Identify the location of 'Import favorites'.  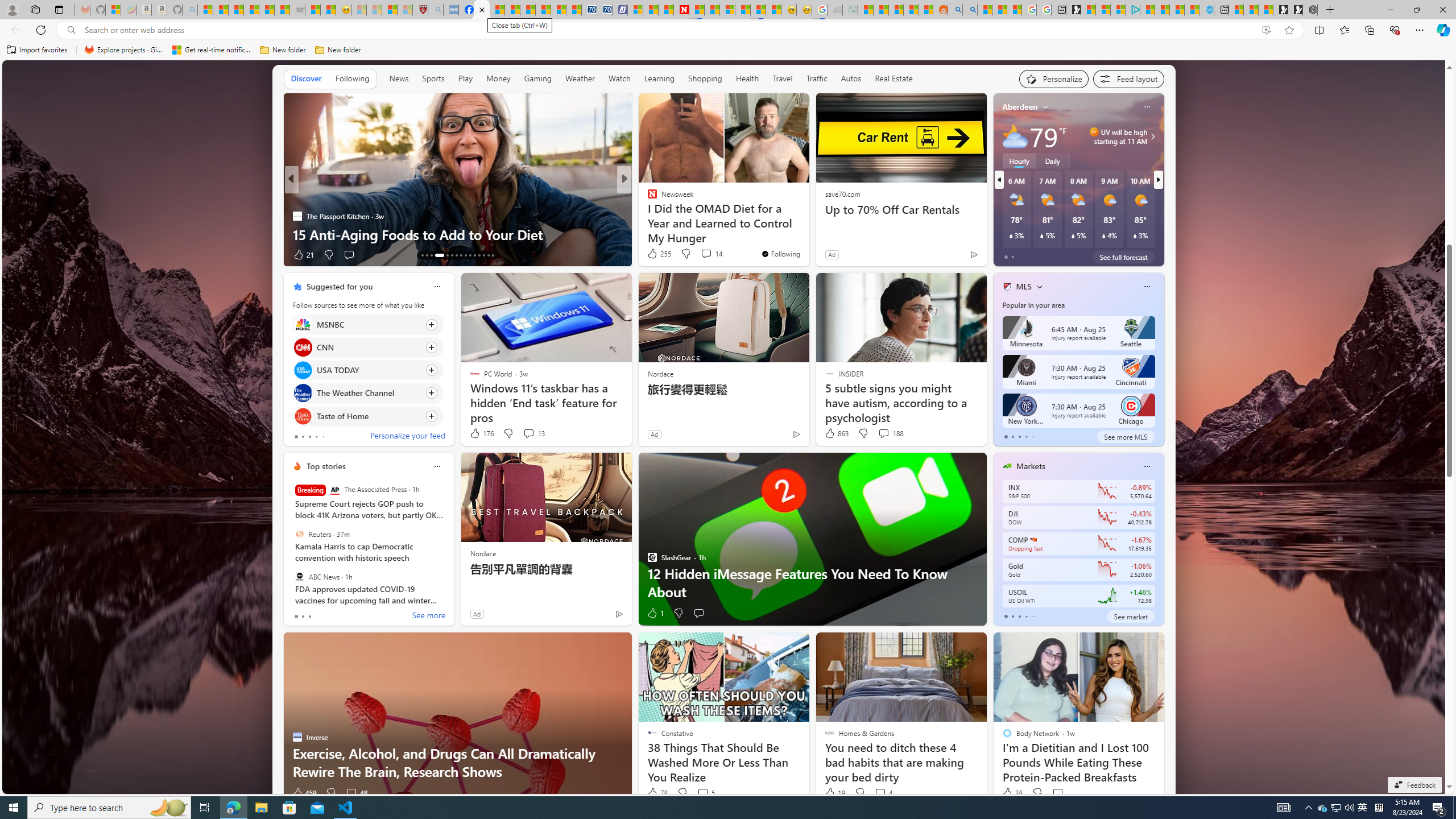
(37, 49).